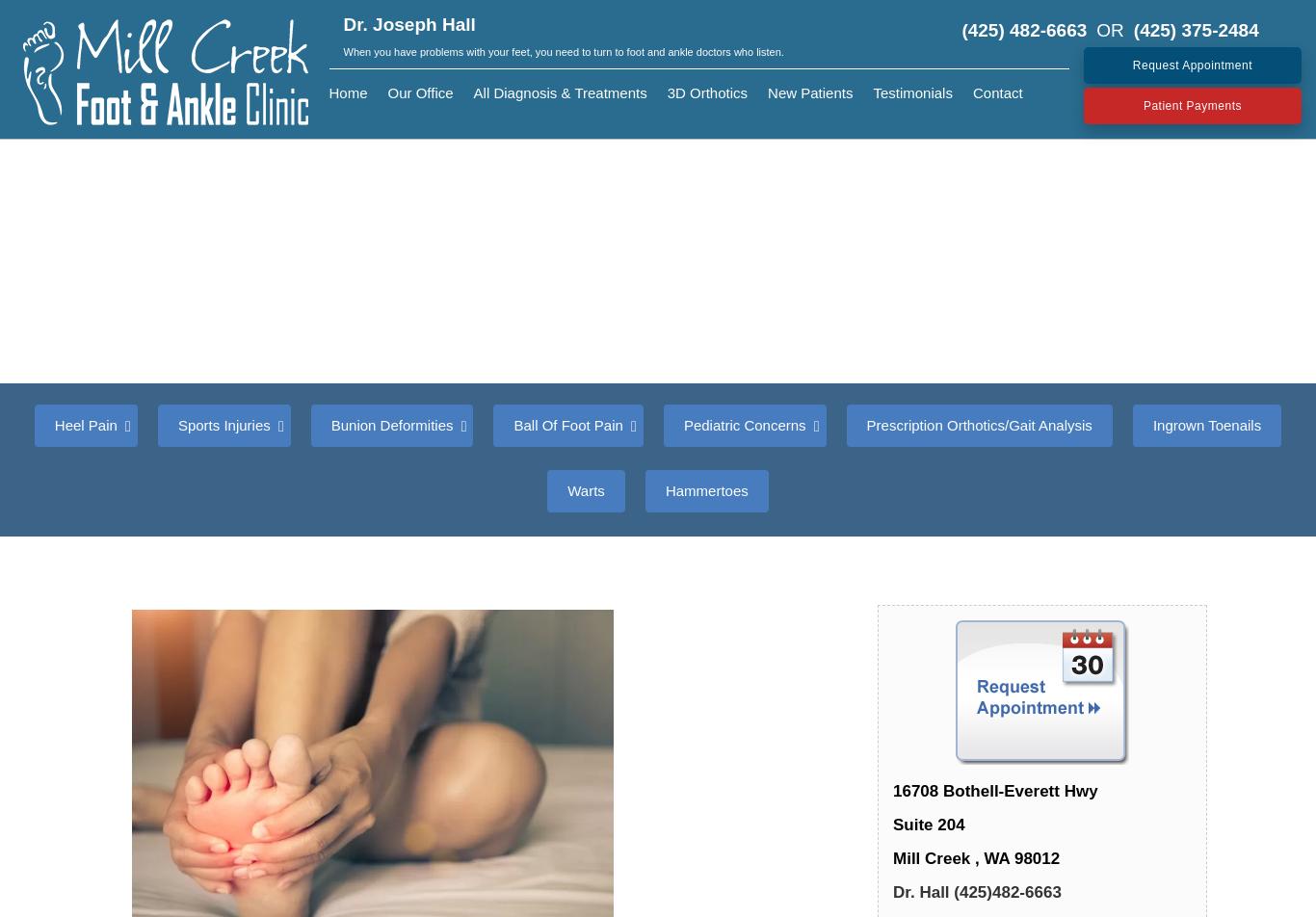  What do you see at coordinates (976, 891) in the screenshot?
I see `'Dr. Hall (425)482-6663'` at bounding box center [976, 891].